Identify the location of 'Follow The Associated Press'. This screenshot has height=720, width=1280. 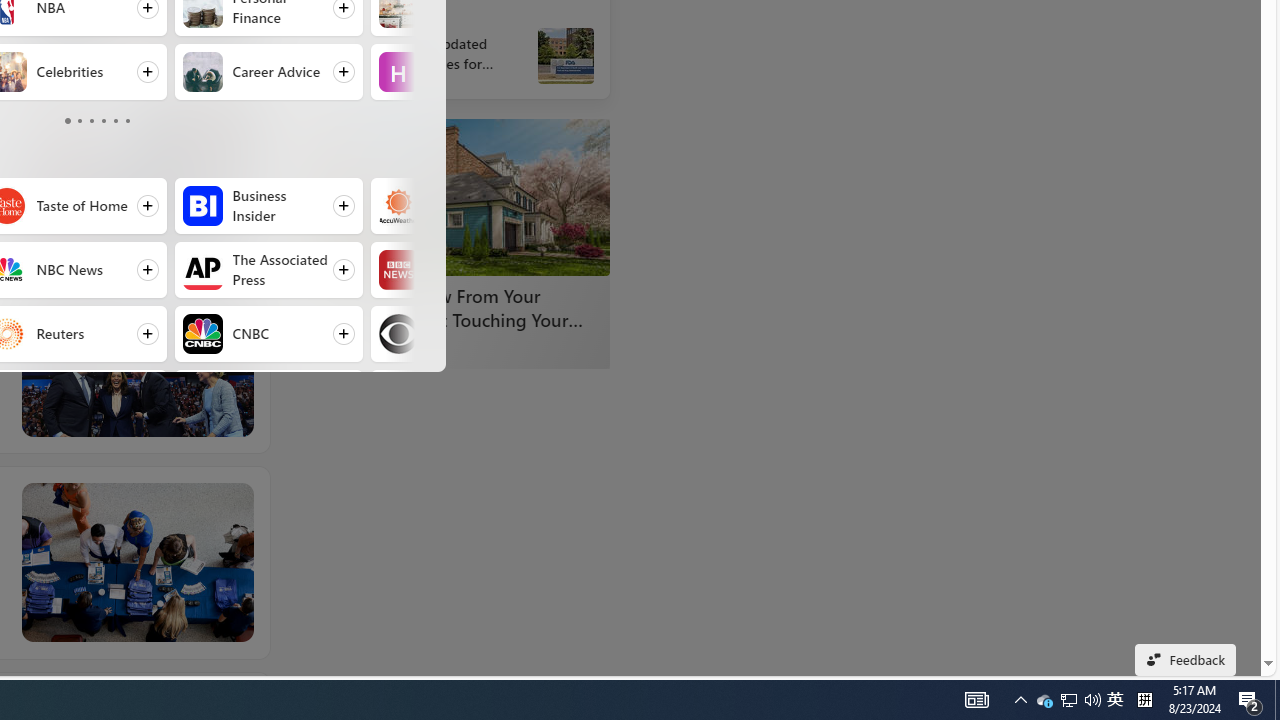
(267, 270).